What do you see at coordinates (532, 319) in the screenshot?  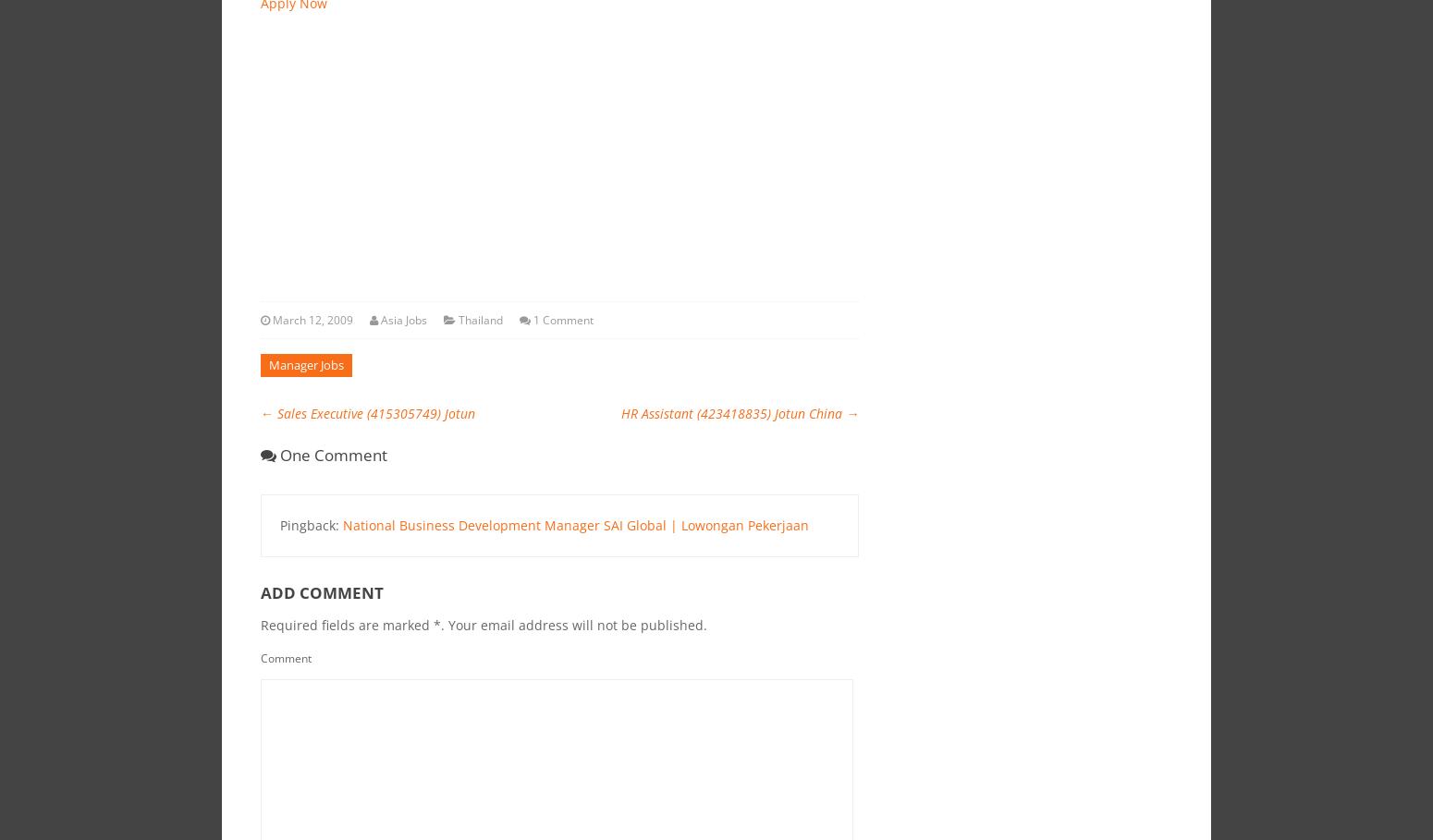 I see `'1 Comment'` at bounding box center [532, 319].